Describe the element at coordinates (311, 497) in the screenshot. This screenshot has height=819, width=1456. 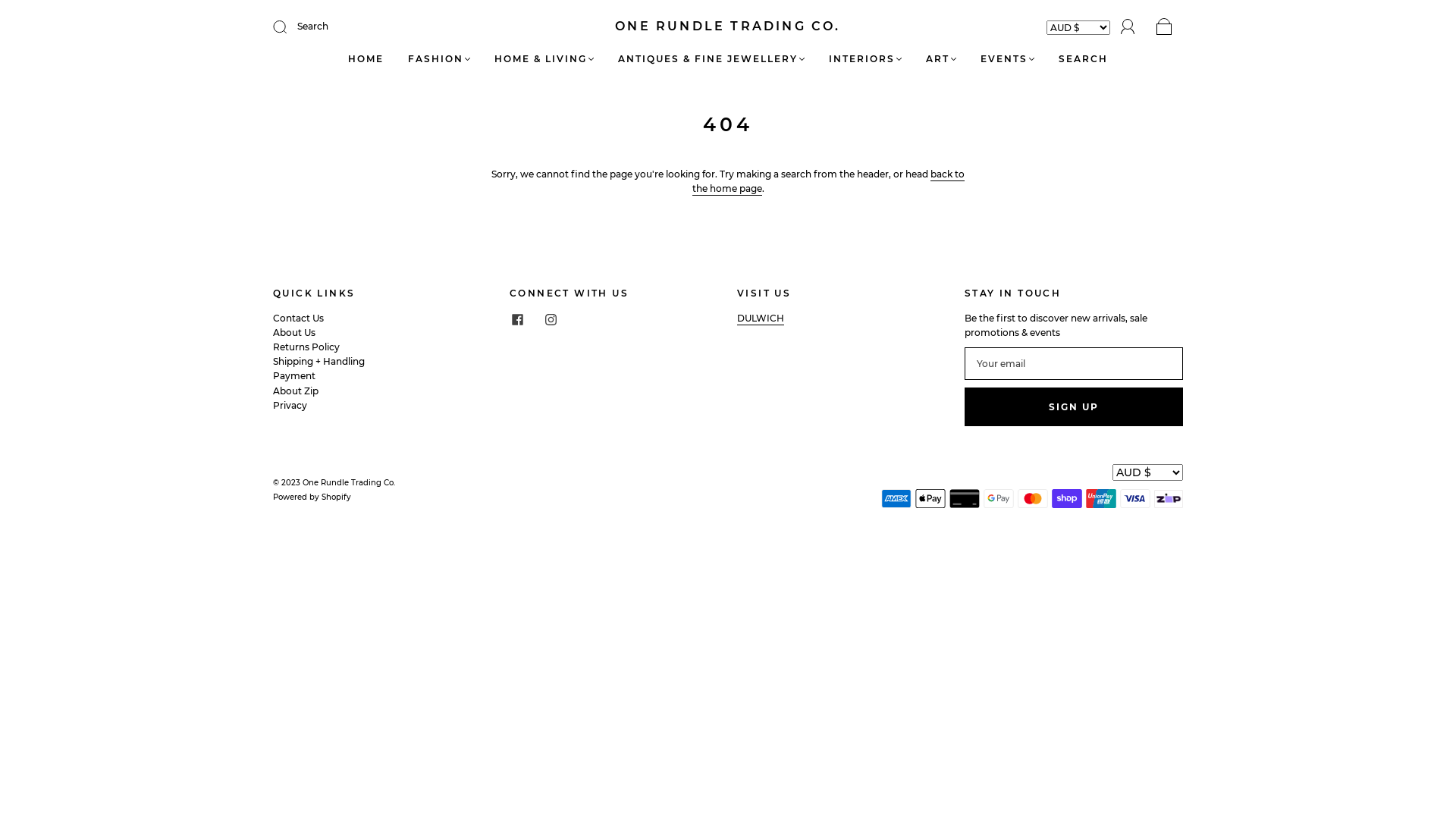
I see `'Powered by Shopify'` at that location.